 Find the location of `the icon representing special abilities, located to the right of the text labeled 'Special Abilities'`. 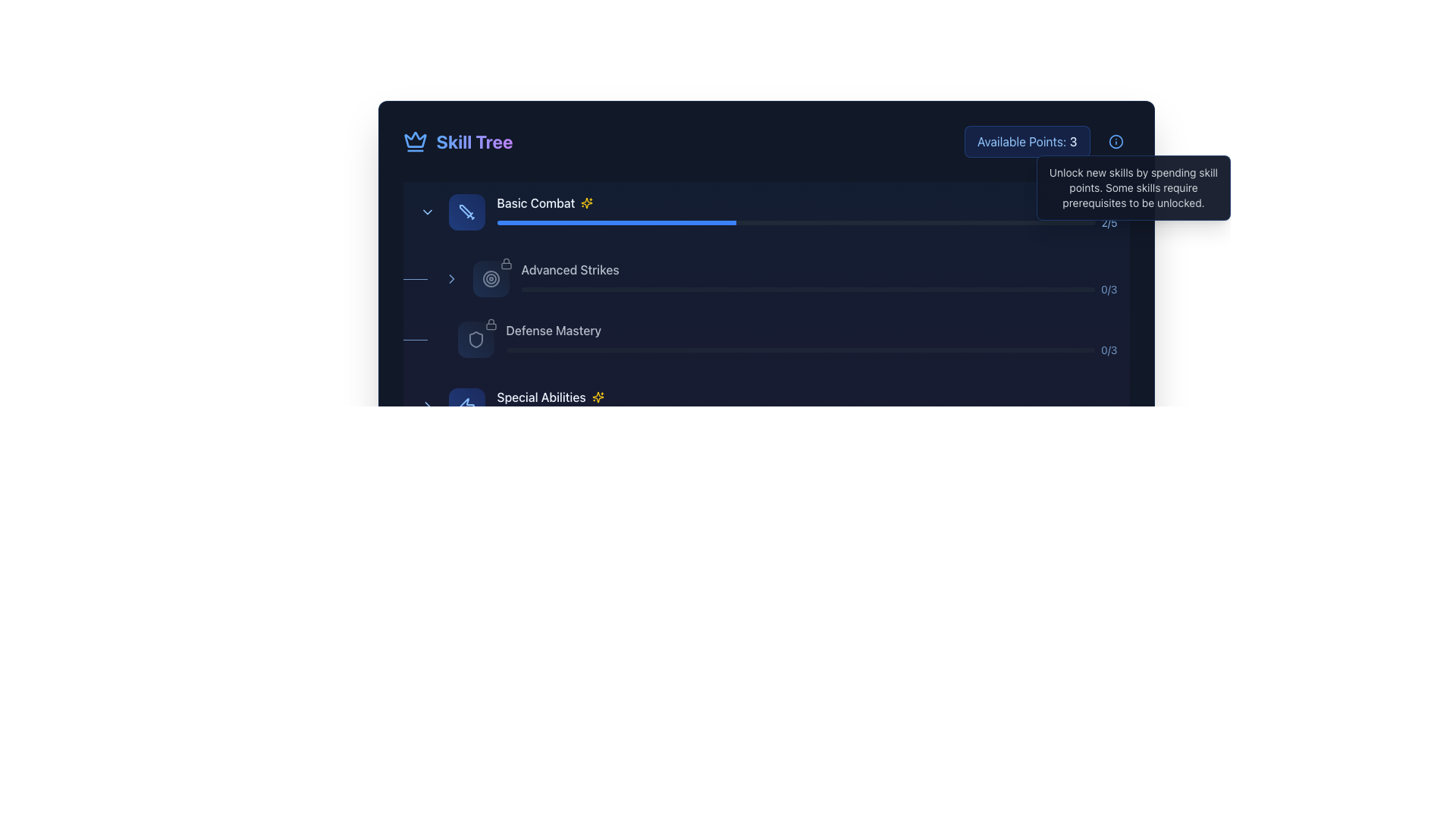

the icon representing special abilities, located to the right of the text labeled 'Special Abilities' is located at coordinates (597, 397).